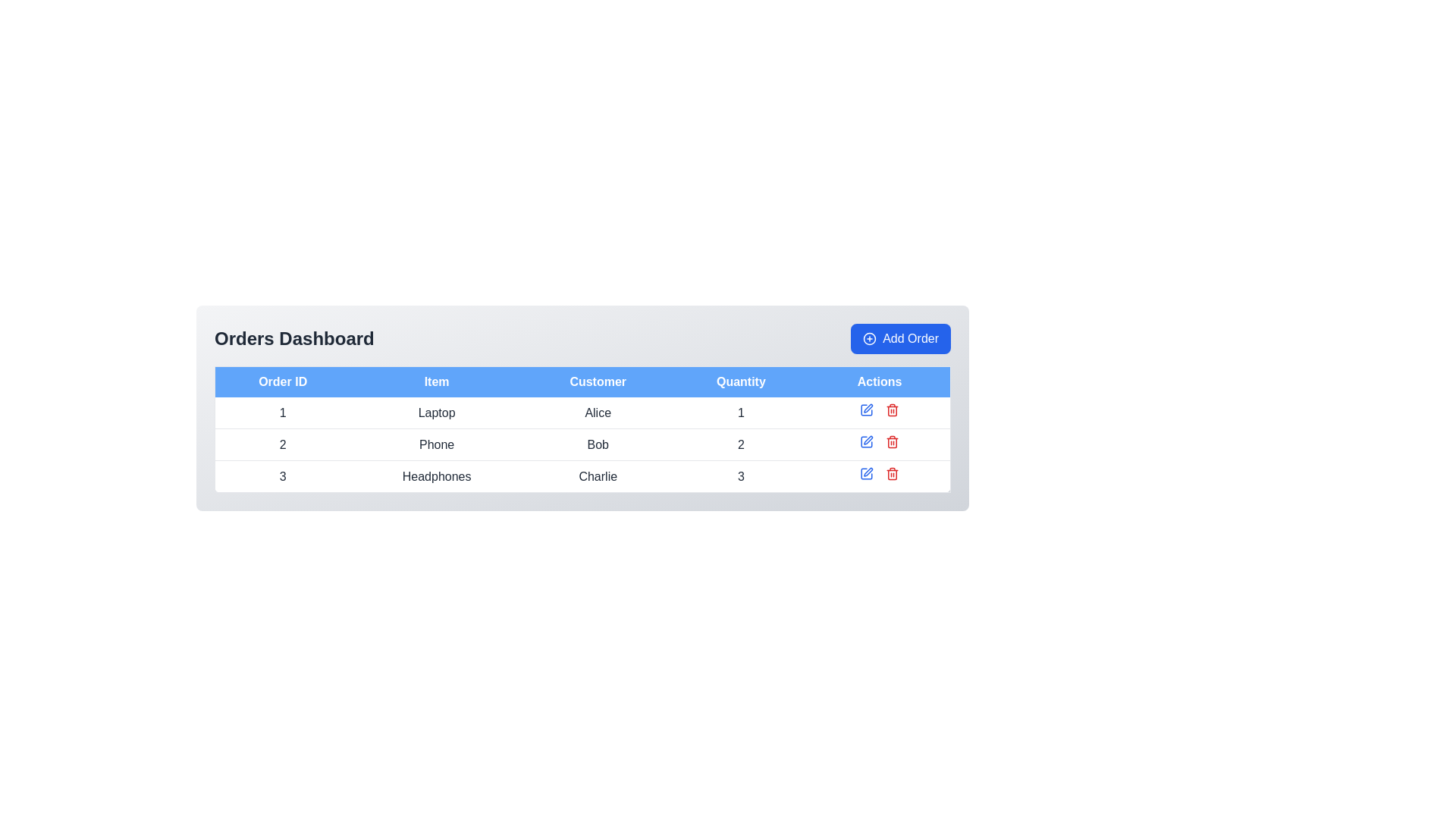  I want to click on the red trash can icon button in the 'Actions' column of the third row, so click(893, 472).